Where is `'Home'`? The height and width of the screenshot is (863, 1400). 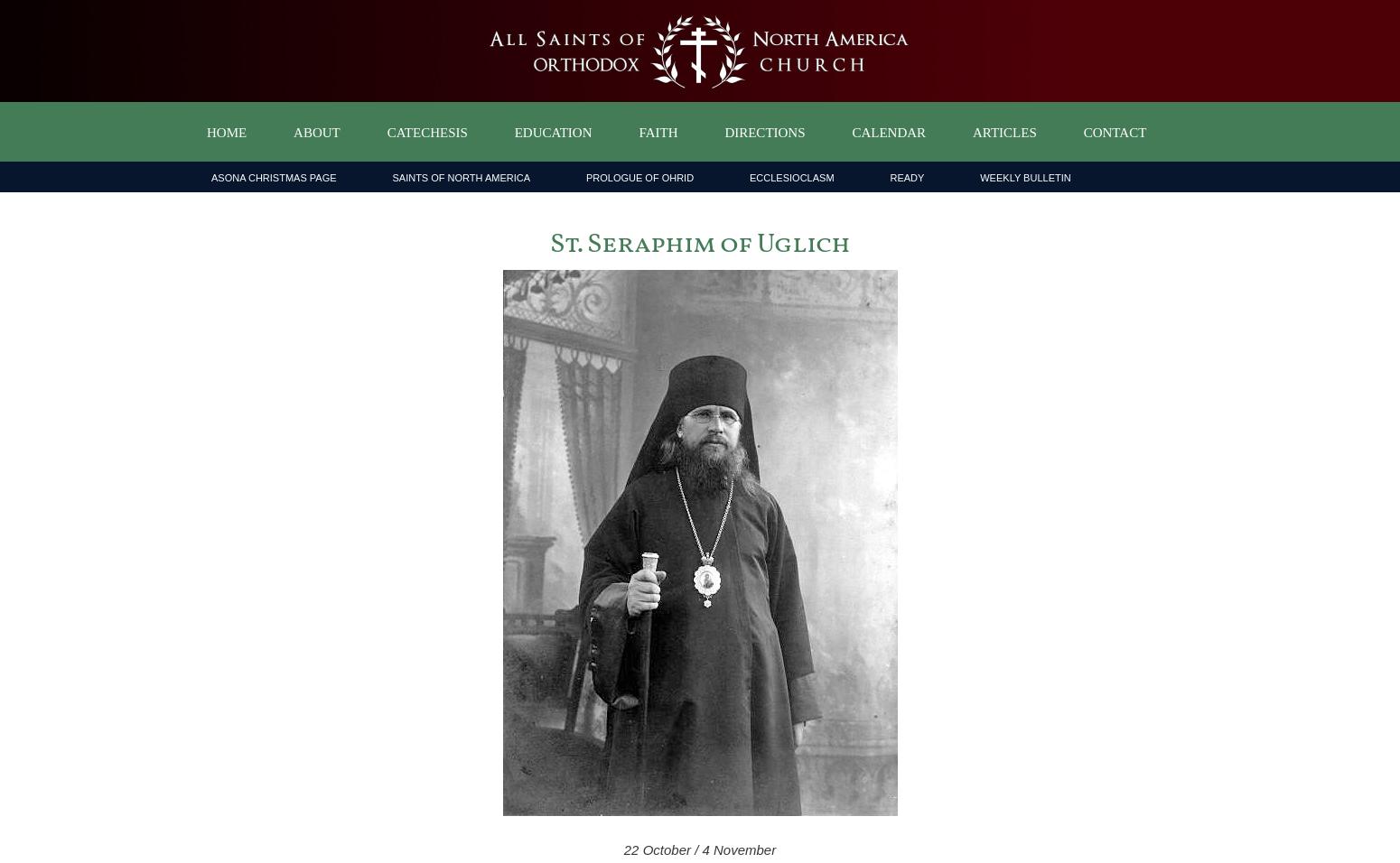 'Home' is located at coordinates (226, 133).